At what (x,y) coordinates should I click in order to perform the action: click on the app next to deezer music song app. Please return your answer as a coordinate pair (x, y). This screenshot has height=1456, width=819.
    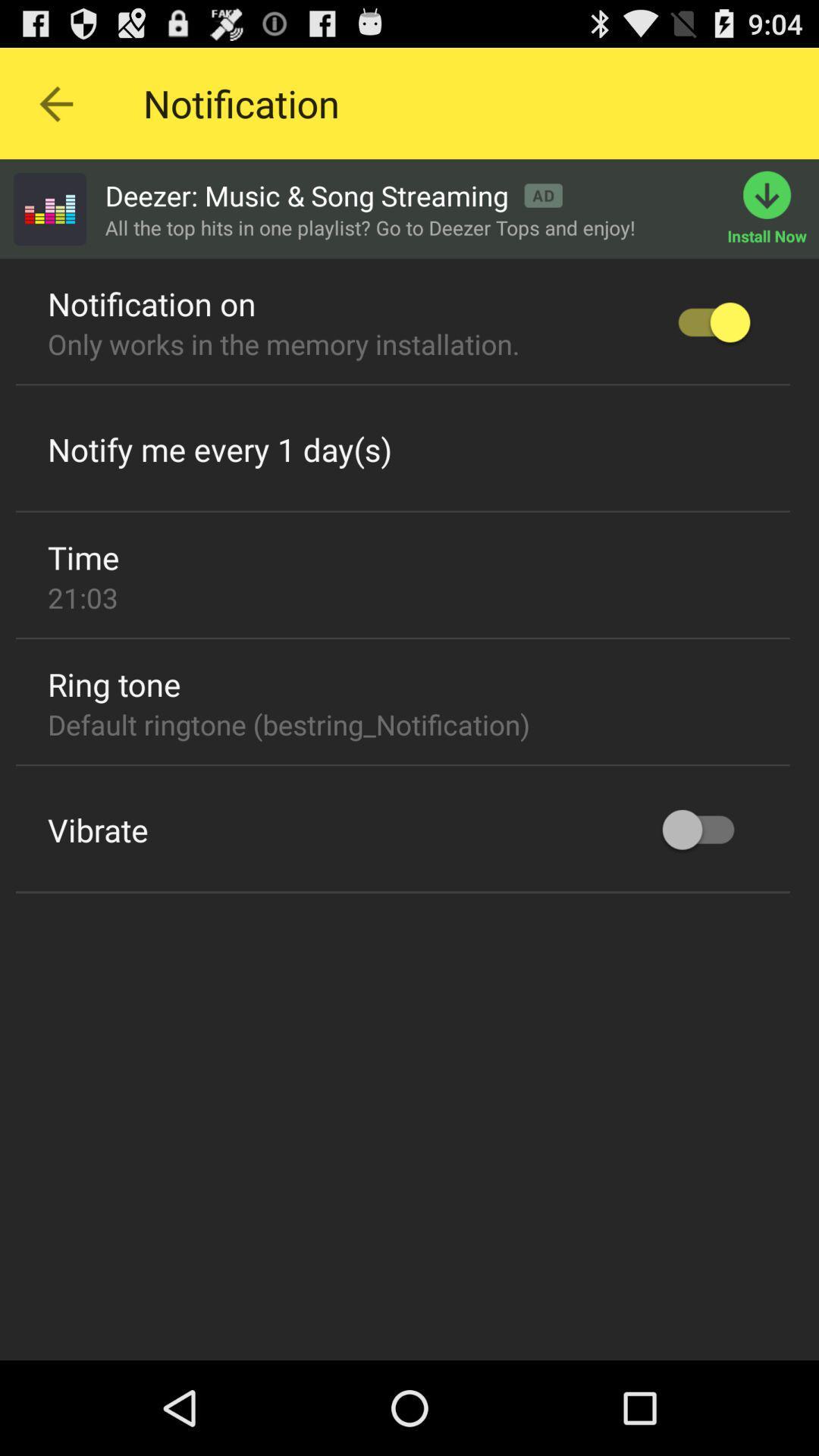
    Looking at the image, I should click on (49, 208).